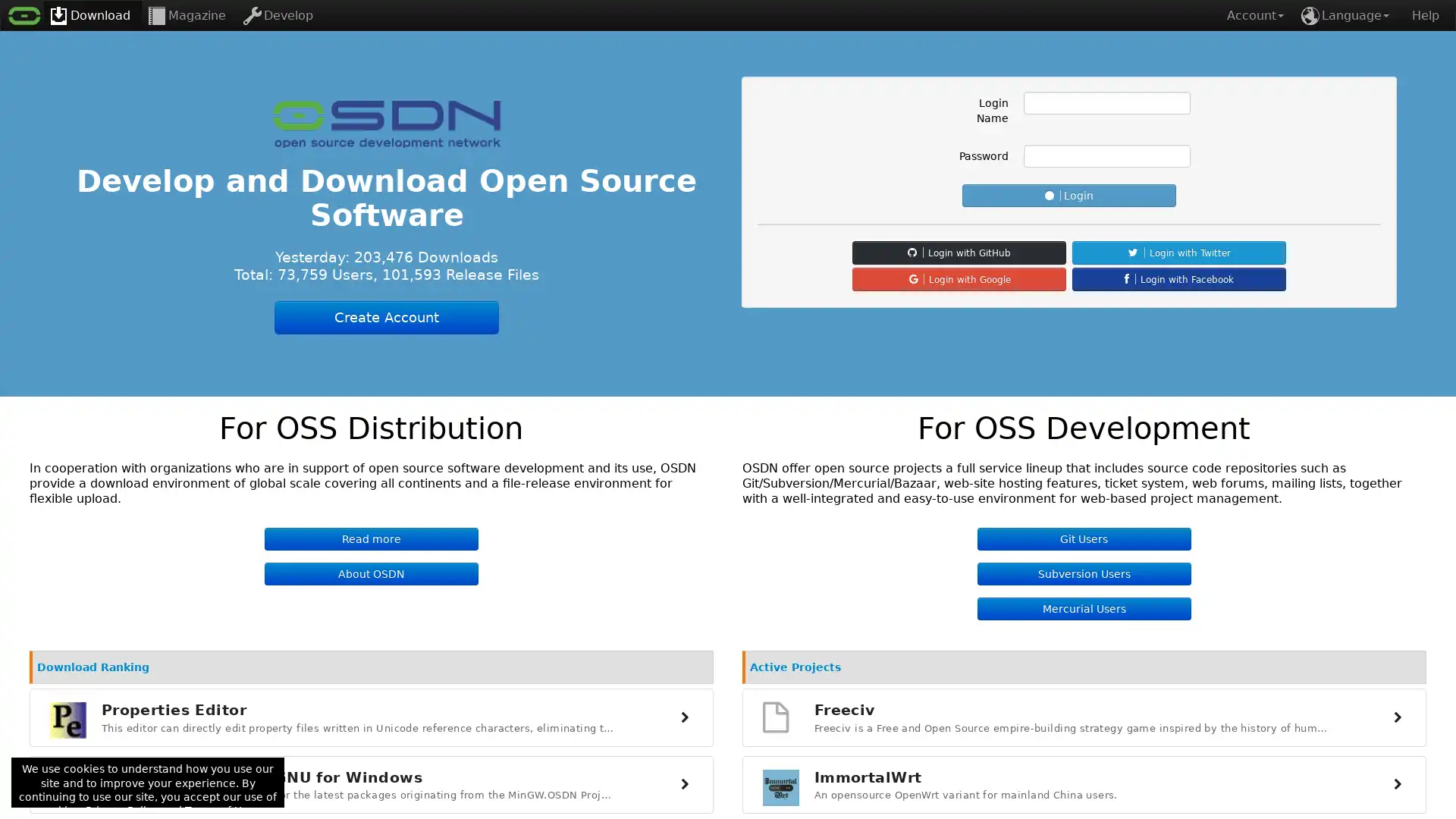 Image resolution: width=1456 pixels, height=819 pixels. I want to click on Login, so click(1068, 195).